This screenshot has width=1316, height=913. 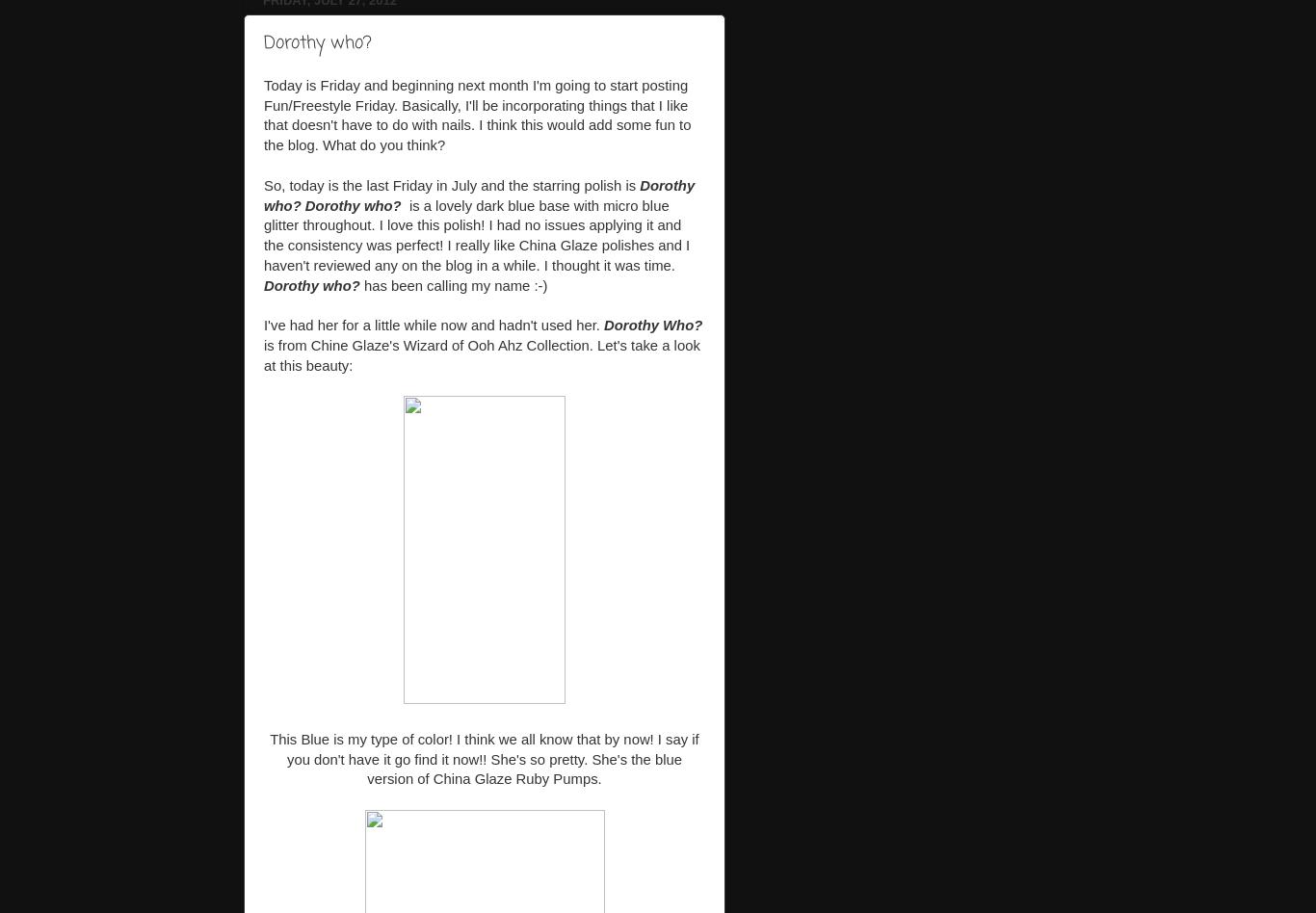 What do you see at coordinates (264, 353) in the screenshot?
I see `'Let's take a look at this beauty:'` at bounding box center [264, 353].